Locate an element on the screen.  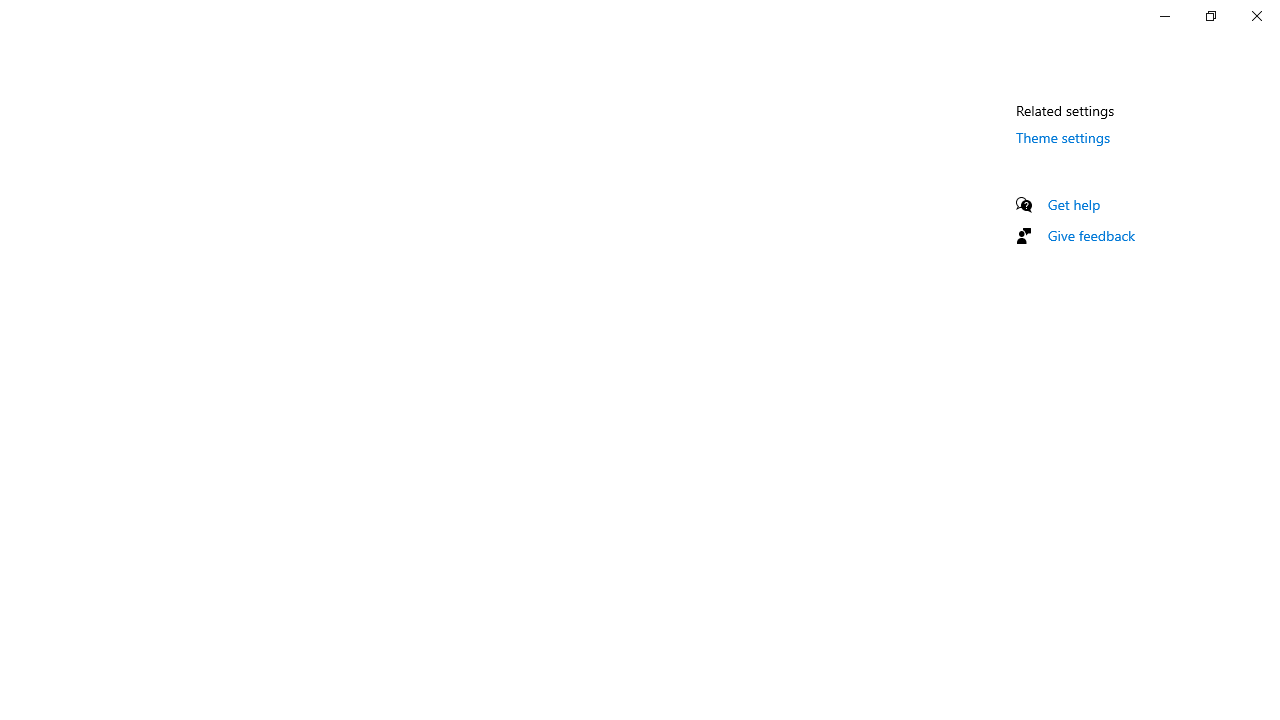
'Minimize Settings' is located at coordinates (1164, 15).